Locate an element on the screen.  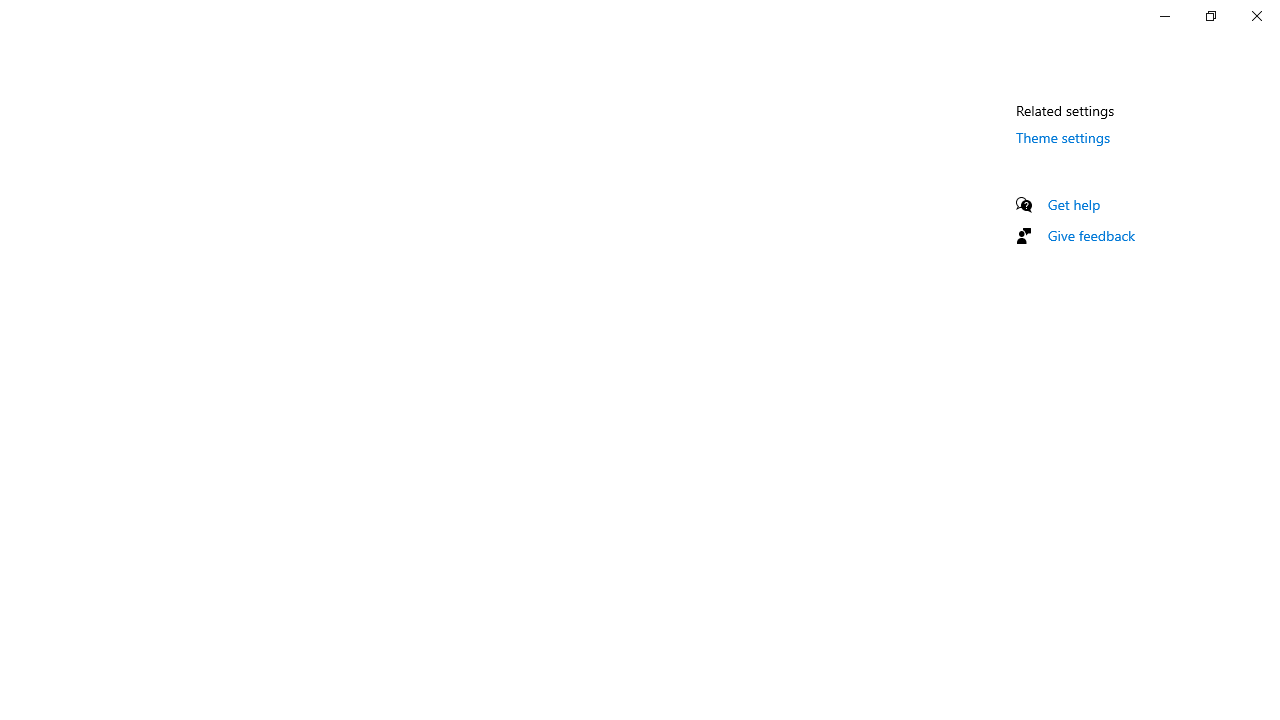
'Minimize Settings' is located at coordinates (1164, 15).